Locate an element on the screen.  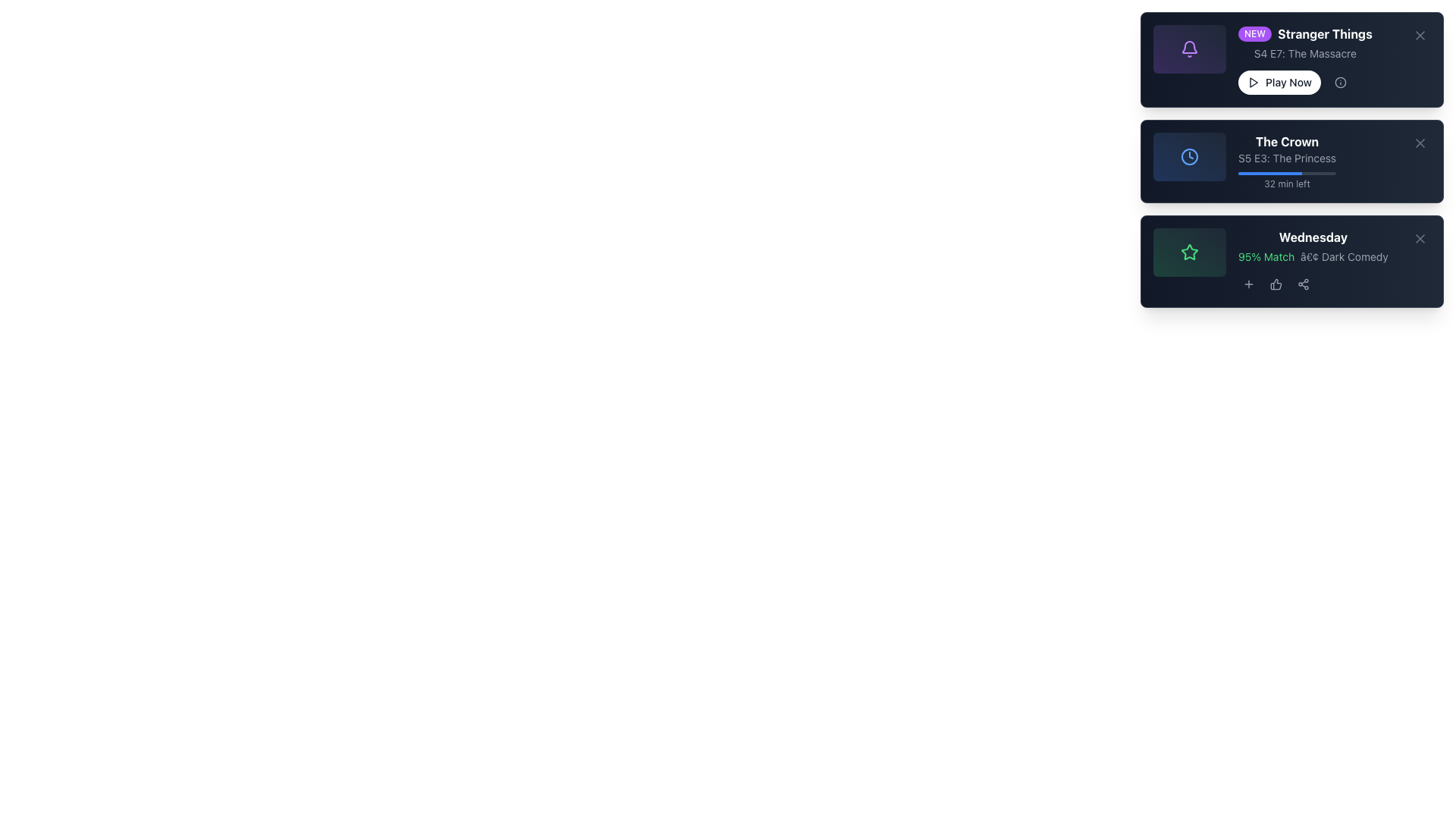
the share icon located at the bottom-right corner of the interface within the 'Wednesday' content card to initiate sharing is located at coordinates (1302, 284).